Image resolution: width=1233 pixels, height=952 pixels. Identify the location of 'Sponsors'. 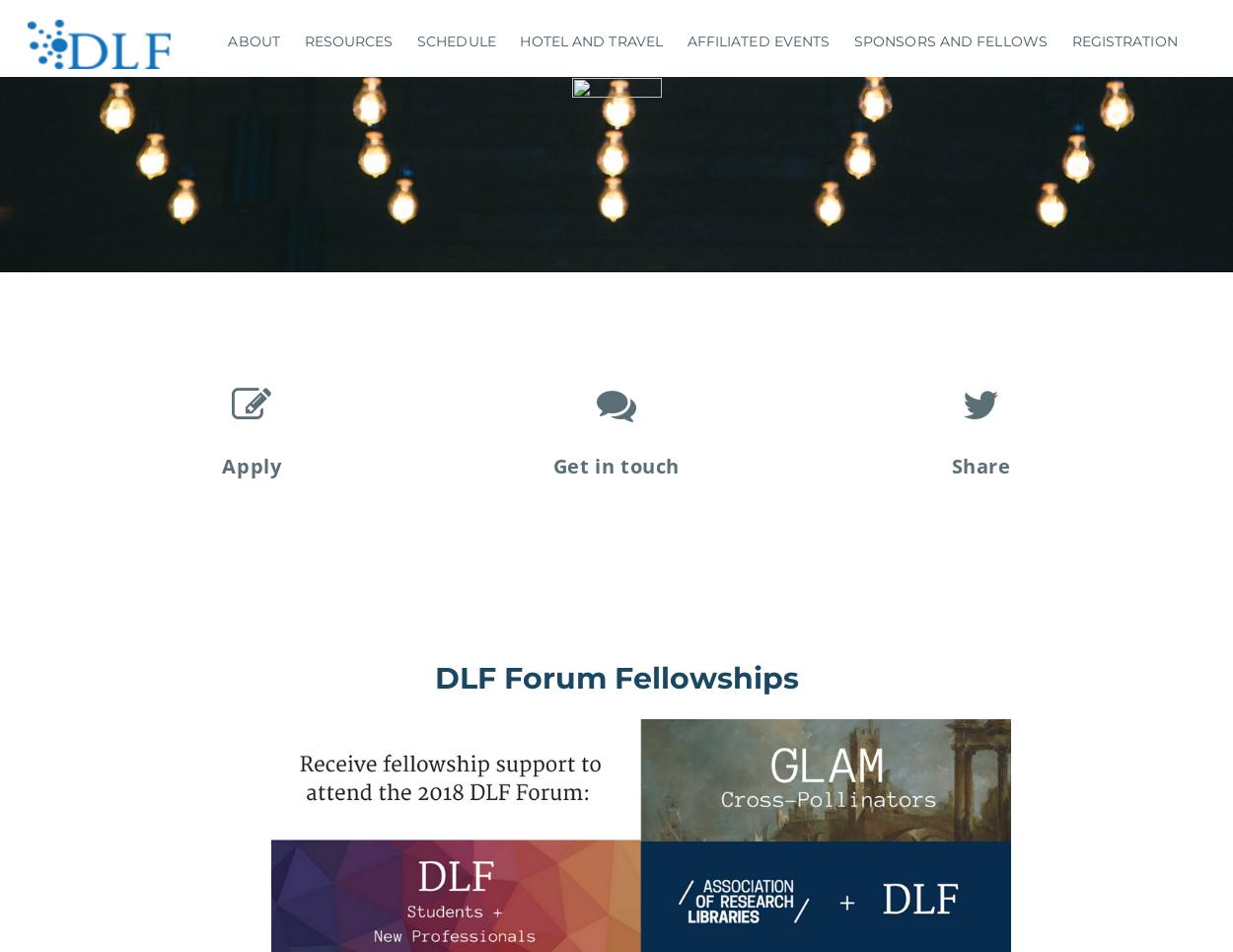
(932, 88).